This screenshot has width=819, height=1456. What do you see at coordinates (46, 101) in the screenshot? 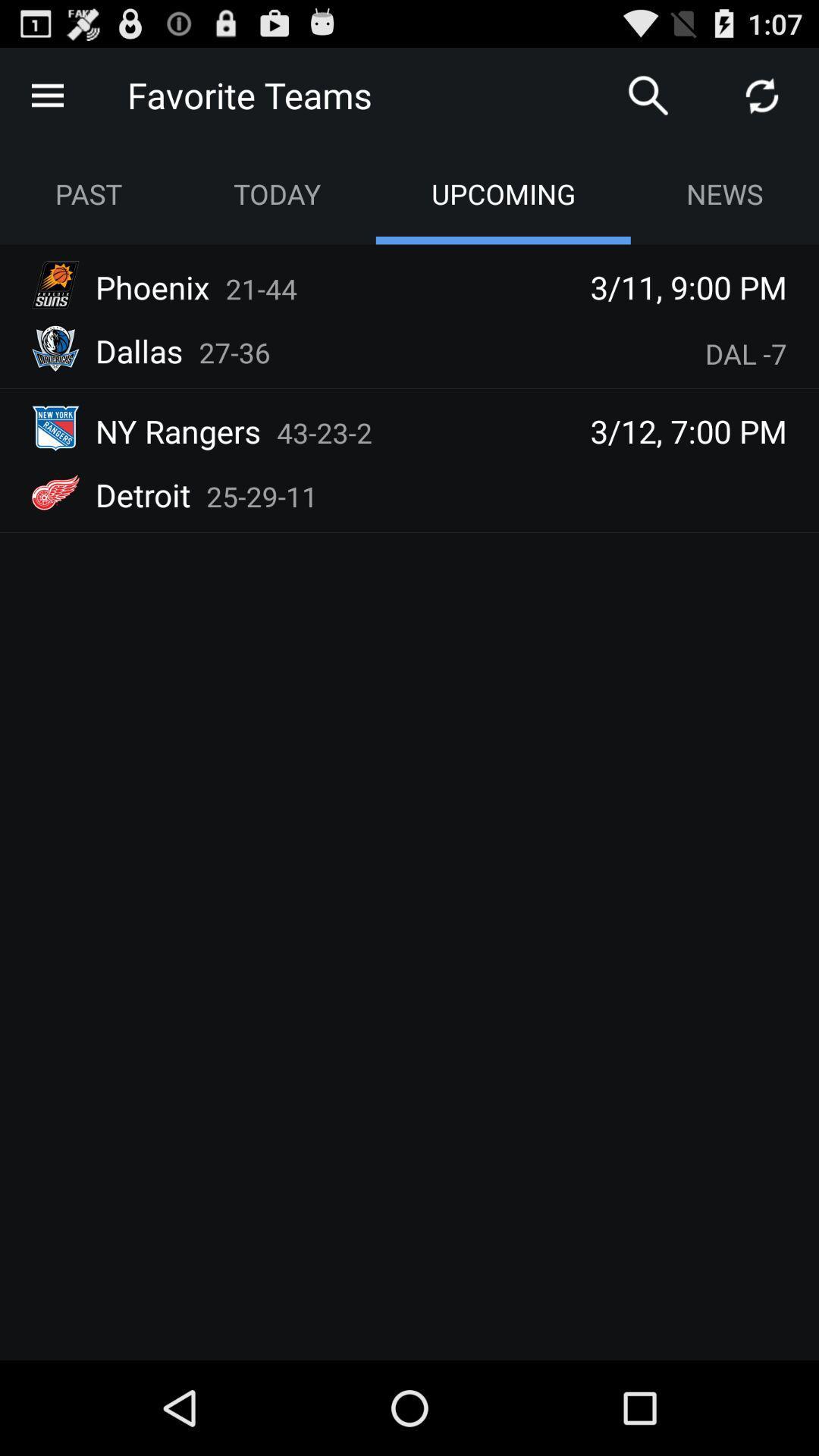
I see `the menu icon` at bounding box center [46, 101].